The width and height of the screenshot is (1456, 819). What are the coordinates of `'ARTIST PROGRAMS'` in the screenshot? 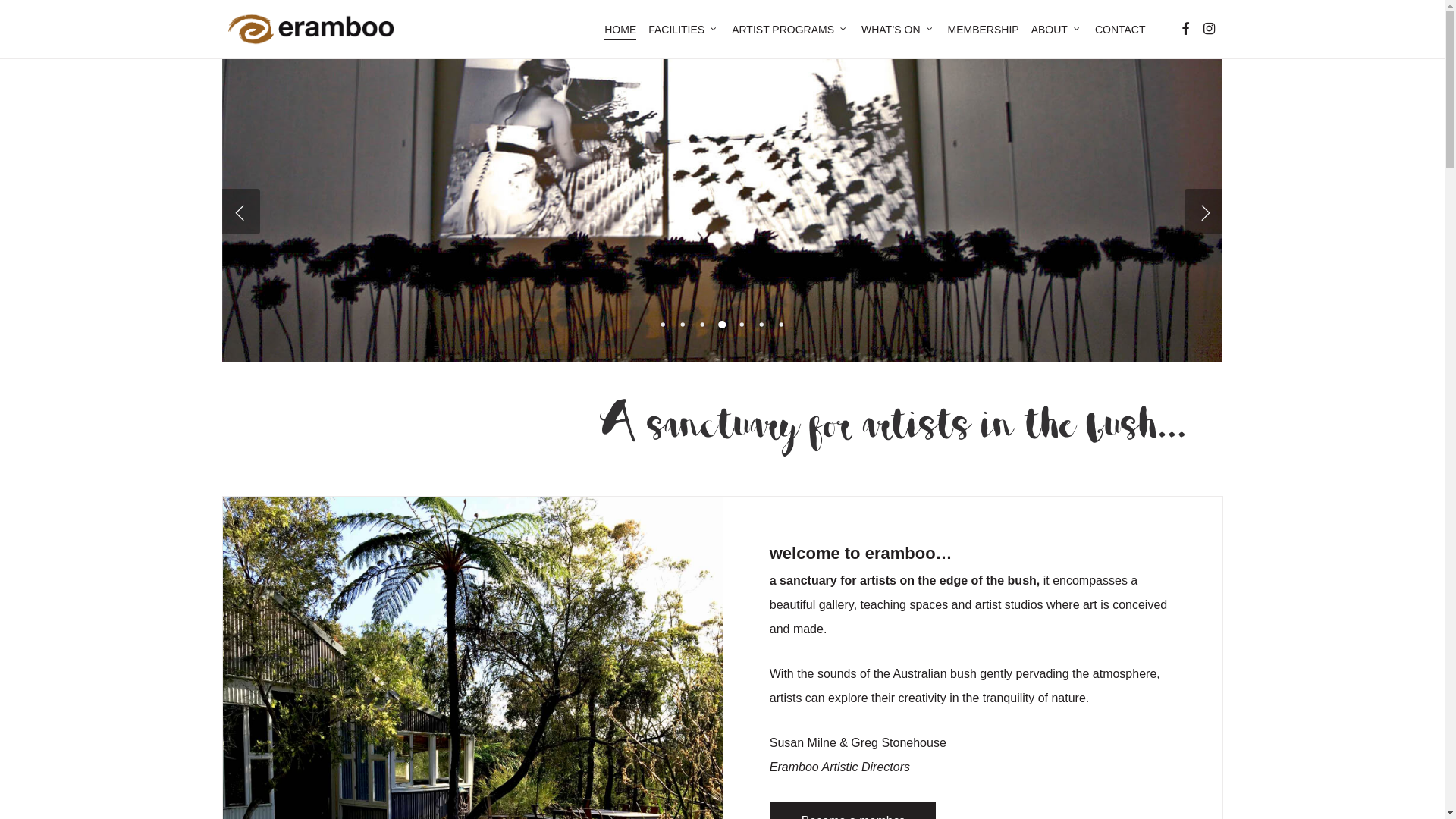 It's located at (789, 29).